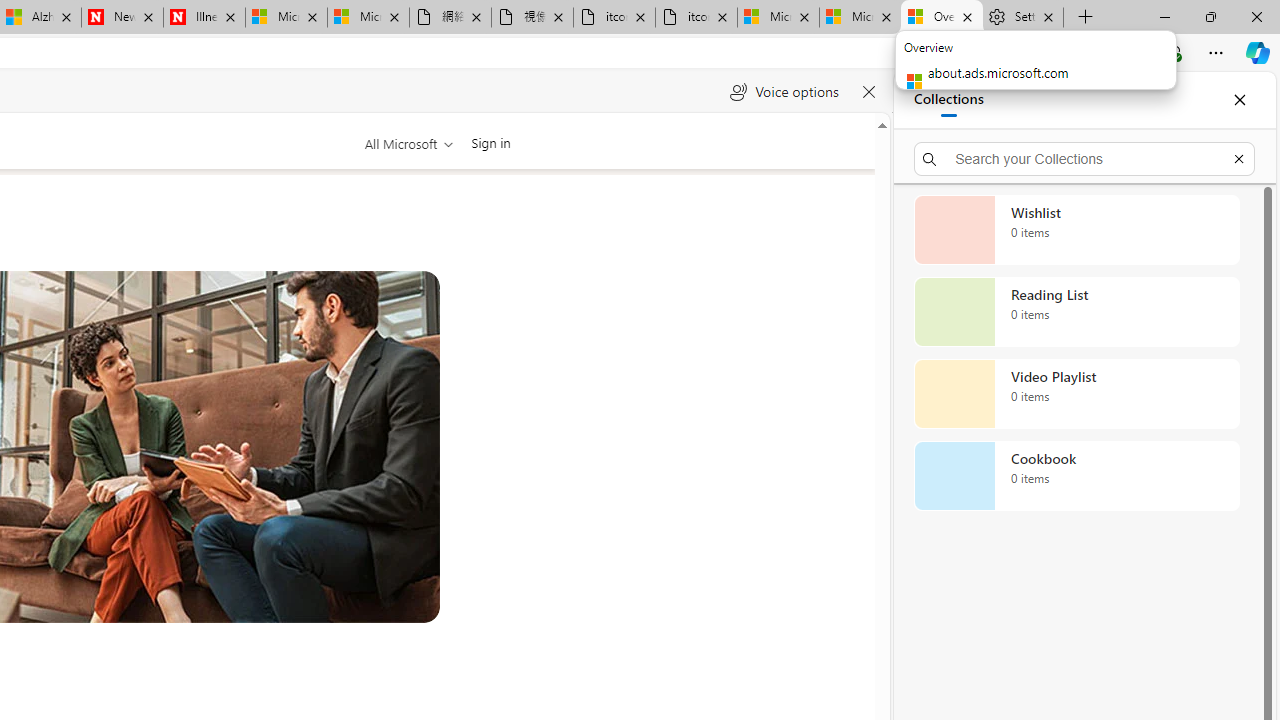  I want to click on 'Close read aloud', so click(868, 92).